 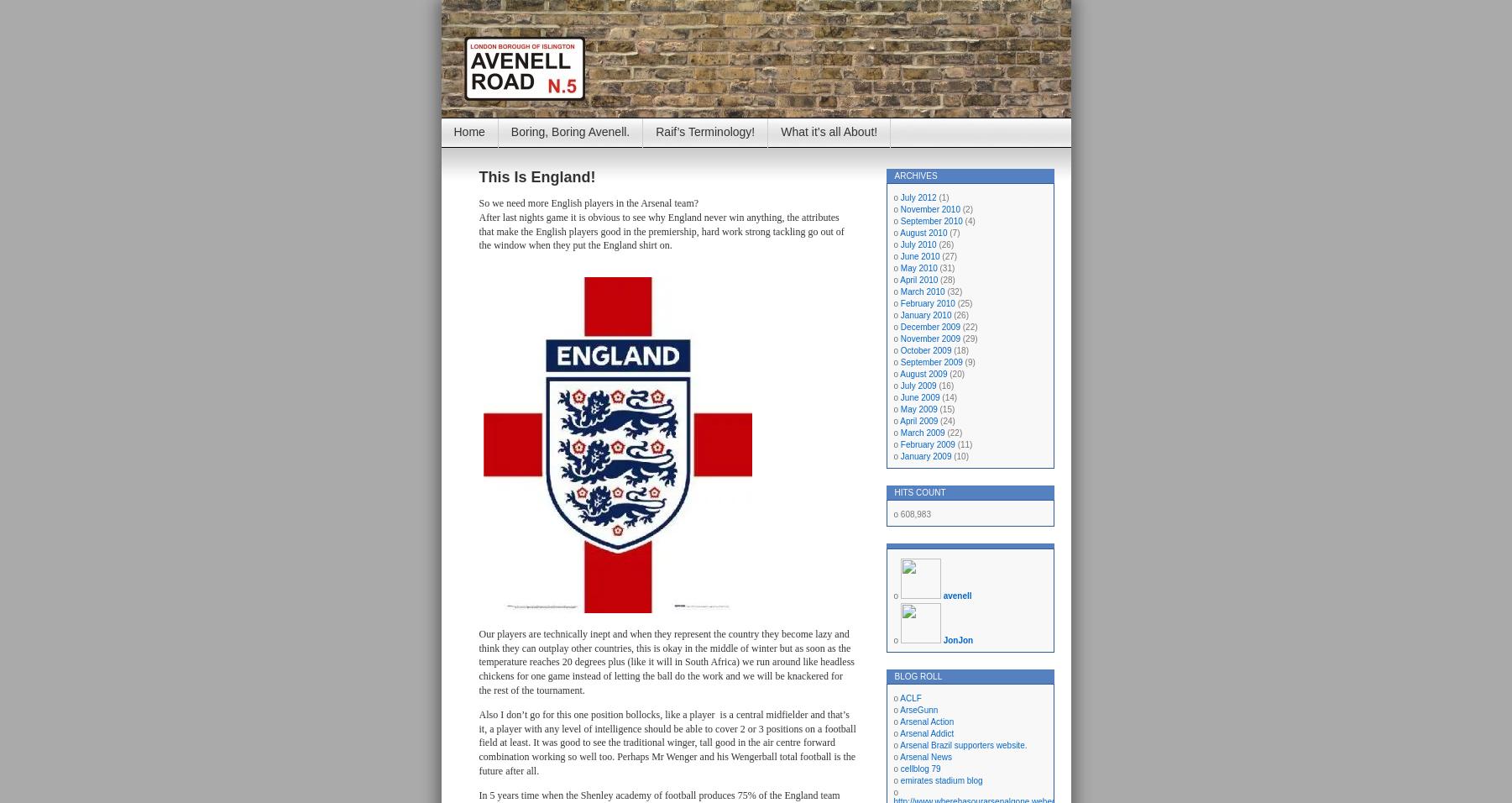 I want to click on 'June 2009', so click(x=918, y=397).